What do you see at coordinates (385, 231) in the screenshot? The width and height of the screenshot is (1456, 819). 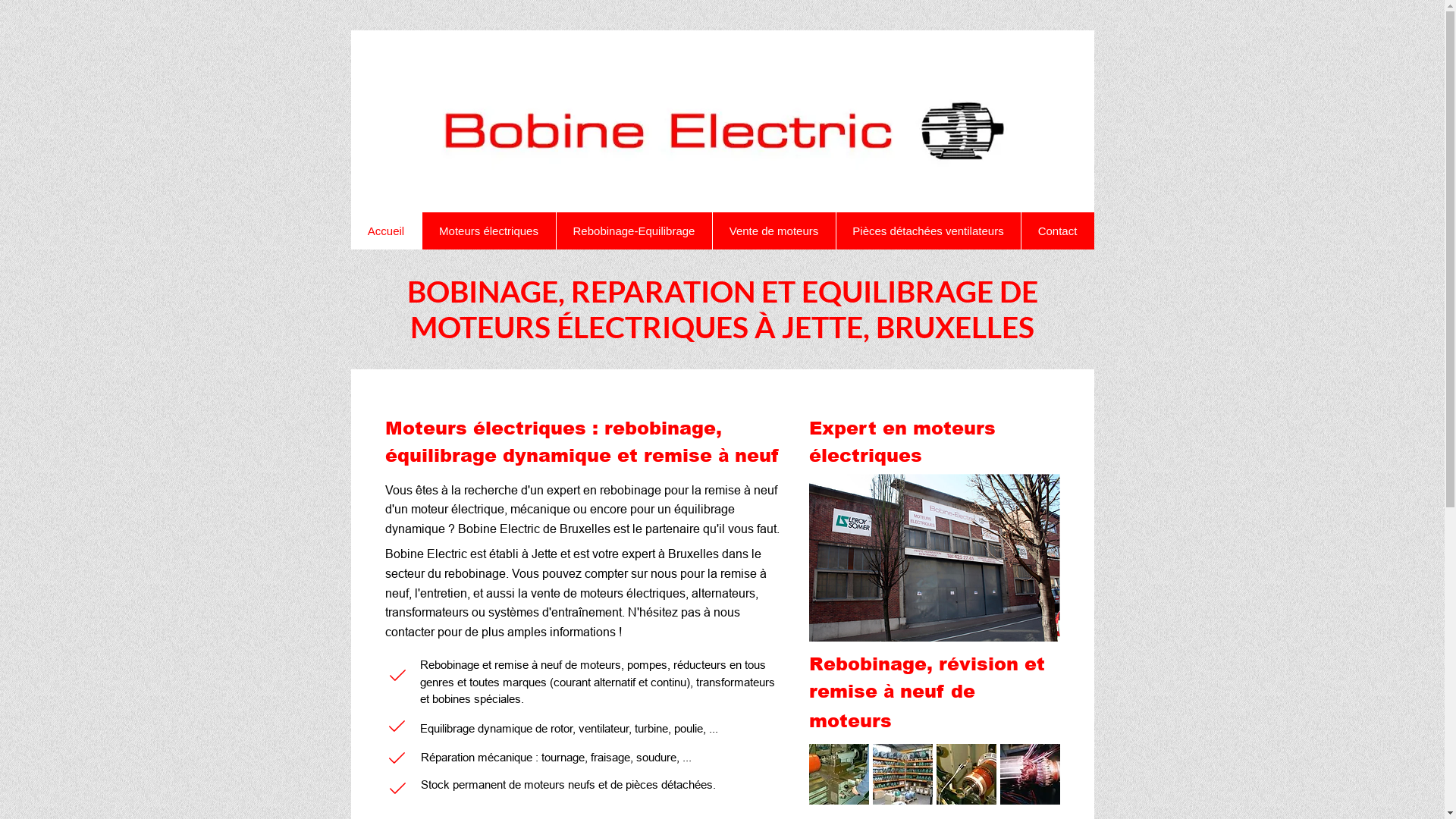 I see `'Accueil'` at bounding box center [385, 231].